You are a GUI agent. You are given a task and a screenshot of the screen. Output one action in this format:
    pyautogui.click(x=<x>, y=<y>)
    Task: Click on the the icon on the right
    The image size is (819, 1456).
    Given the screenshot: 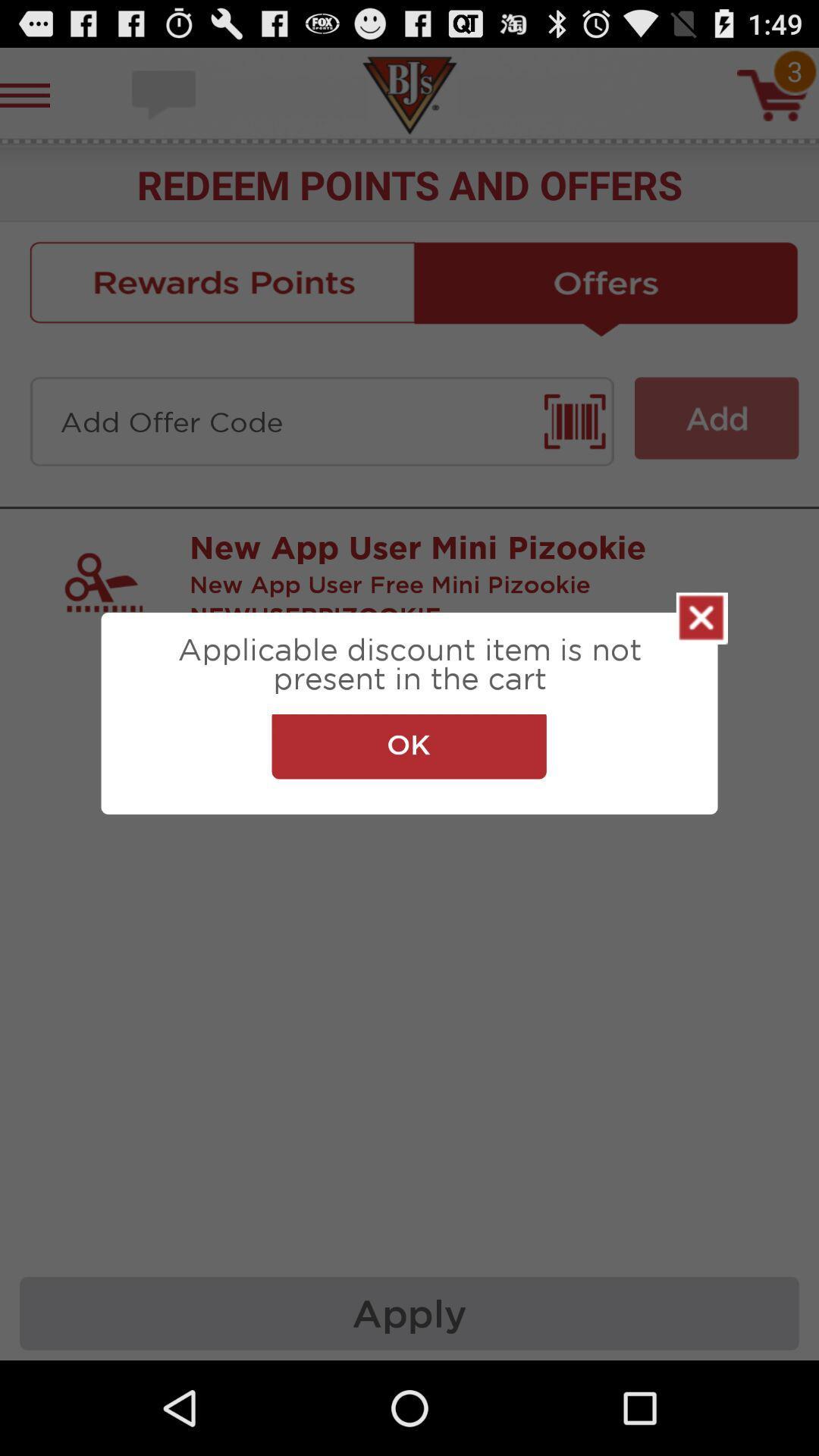 What is the action you would take?
    pyautogui.click(x=701, y=618)
    